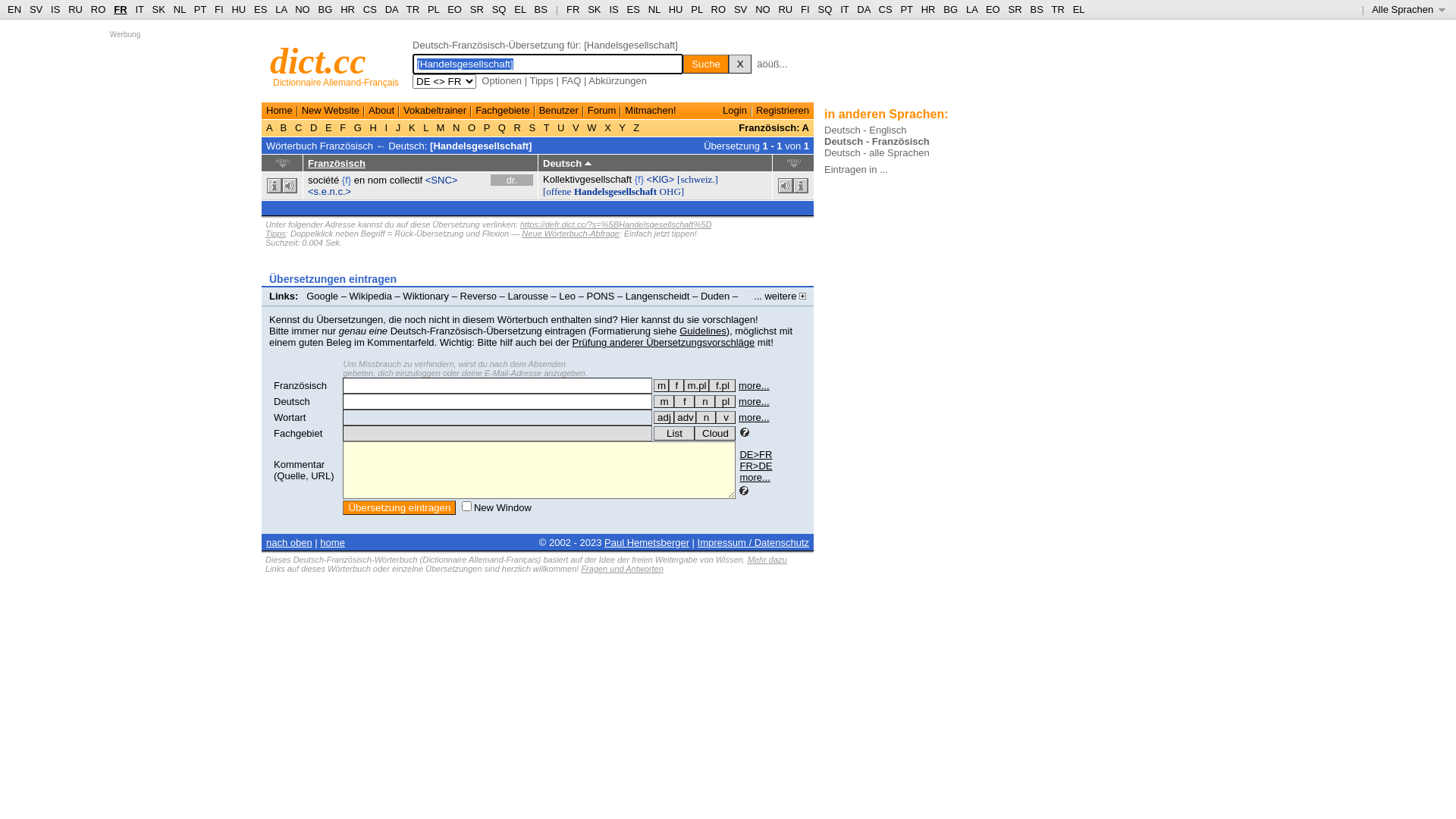  I want to click on 'Kollektivgesellschaft', so click(586, 178).